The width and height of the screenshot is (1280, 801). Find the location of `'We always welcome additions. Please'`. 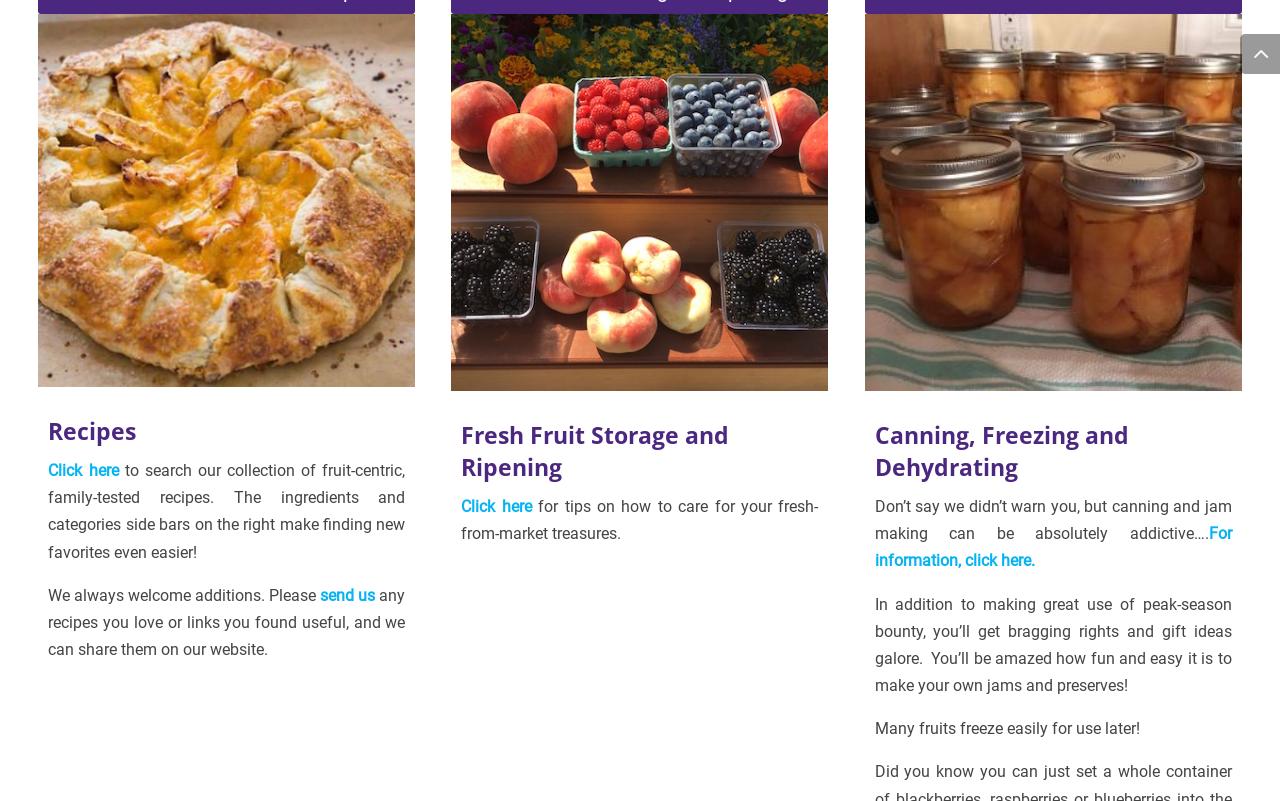

'We always welcome additions. Please' is located at coordinates (48, 594).